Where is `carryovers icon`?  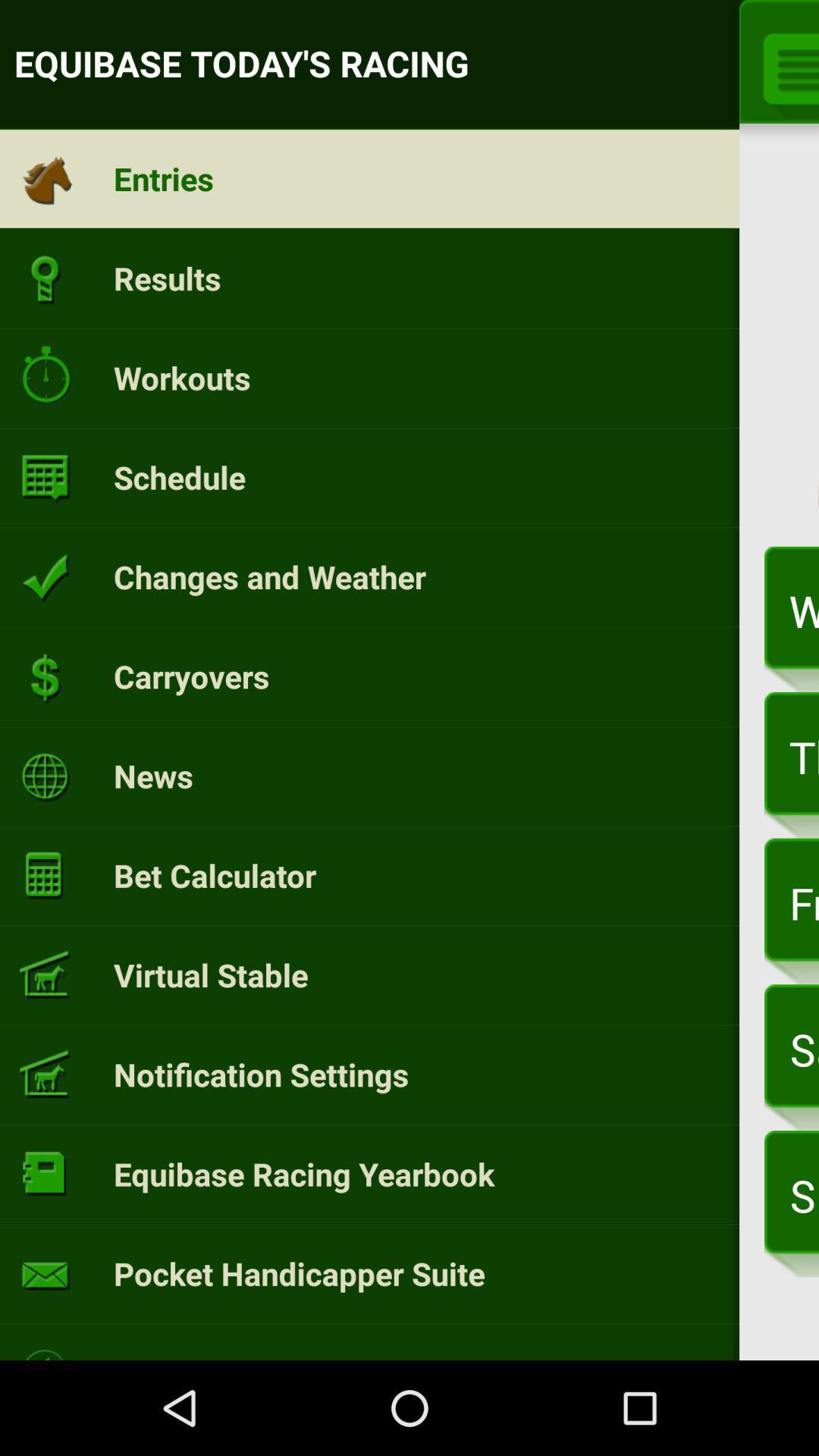 carryovers icon is located at coordinates (190, 675).